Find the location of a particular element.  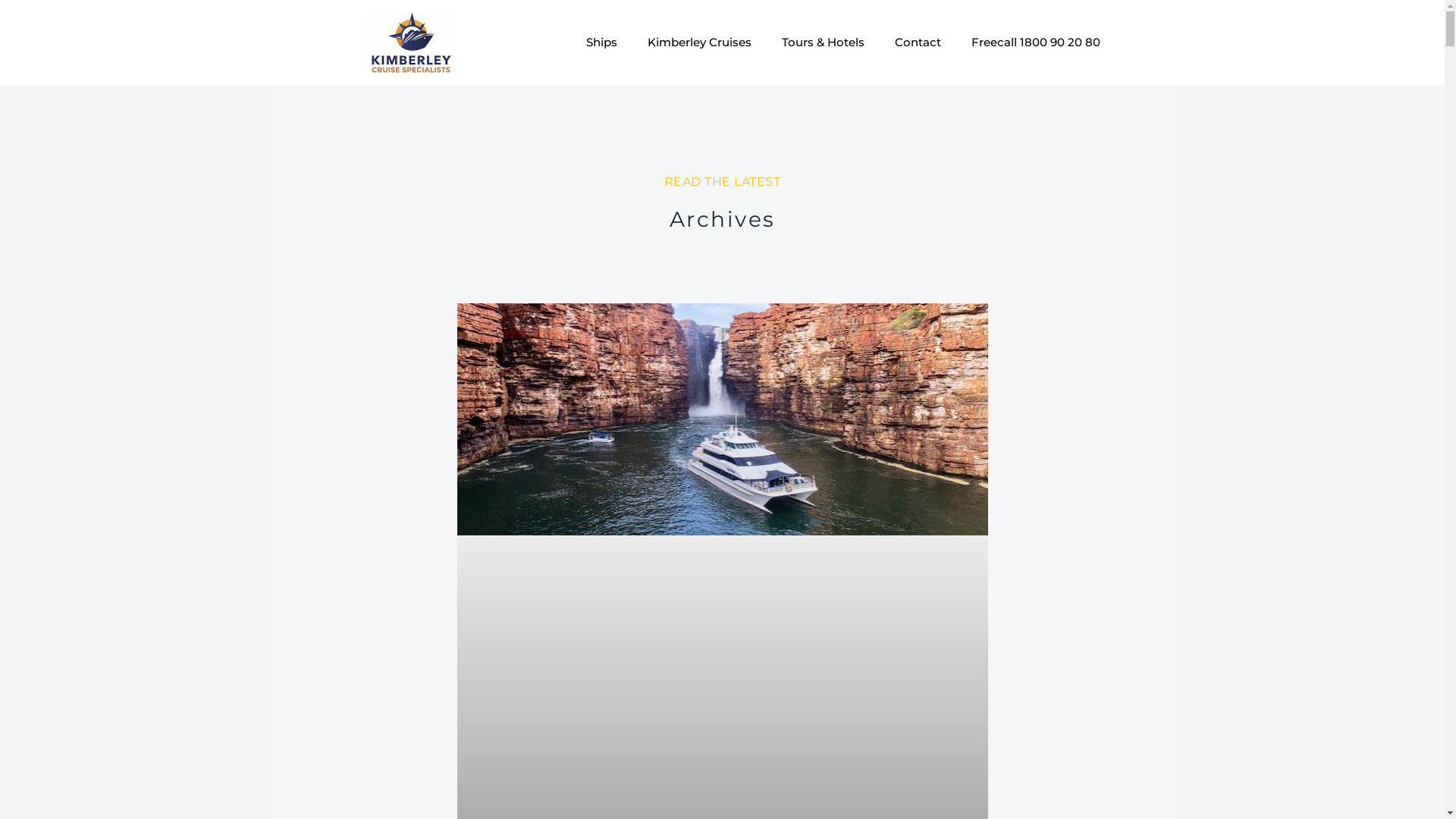

'Kimberley Cruises' is located at coordinates (698, 42).